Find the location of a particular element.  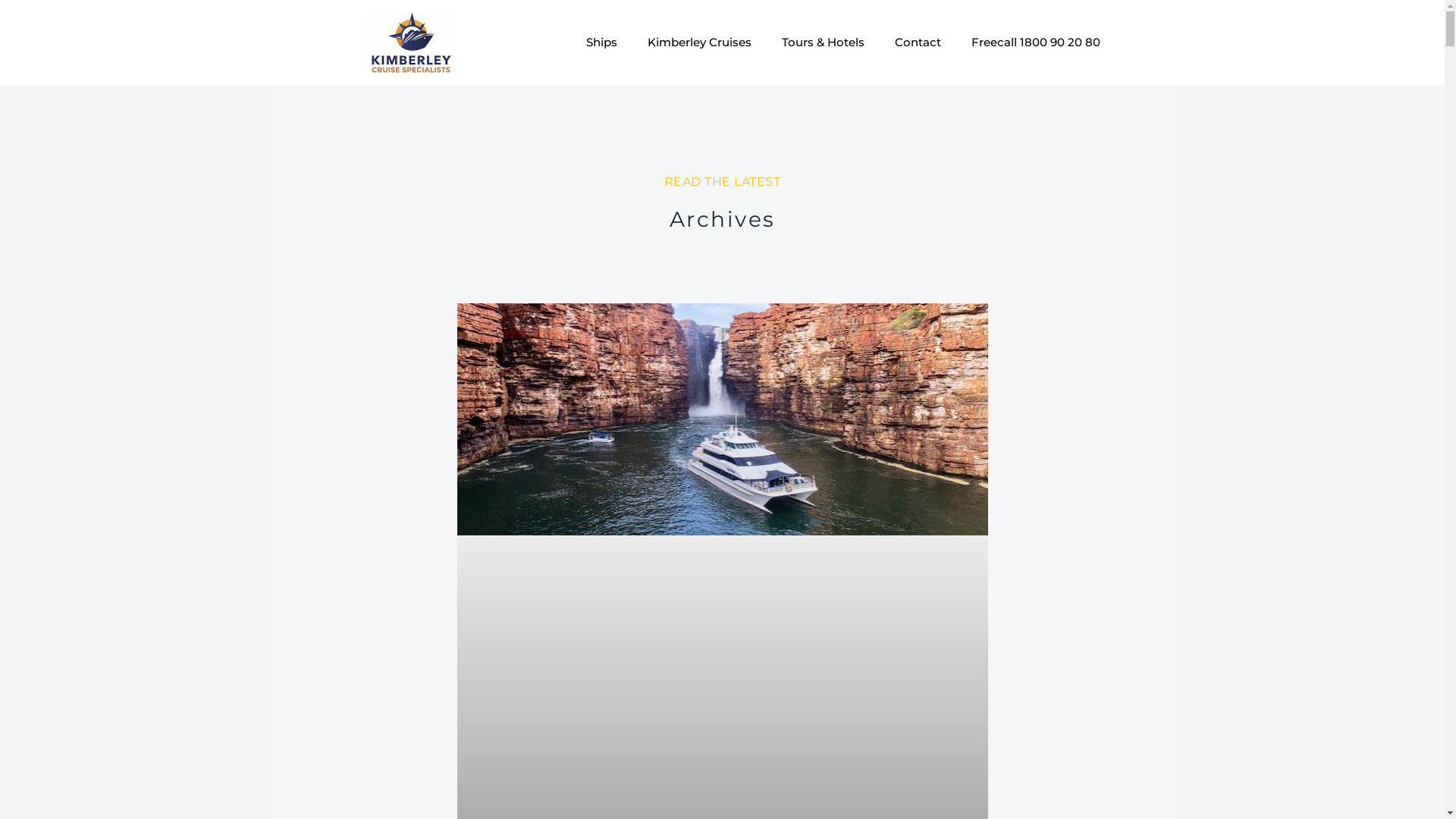

'Kimberley Cruises' is located at coordinates (698, 42).